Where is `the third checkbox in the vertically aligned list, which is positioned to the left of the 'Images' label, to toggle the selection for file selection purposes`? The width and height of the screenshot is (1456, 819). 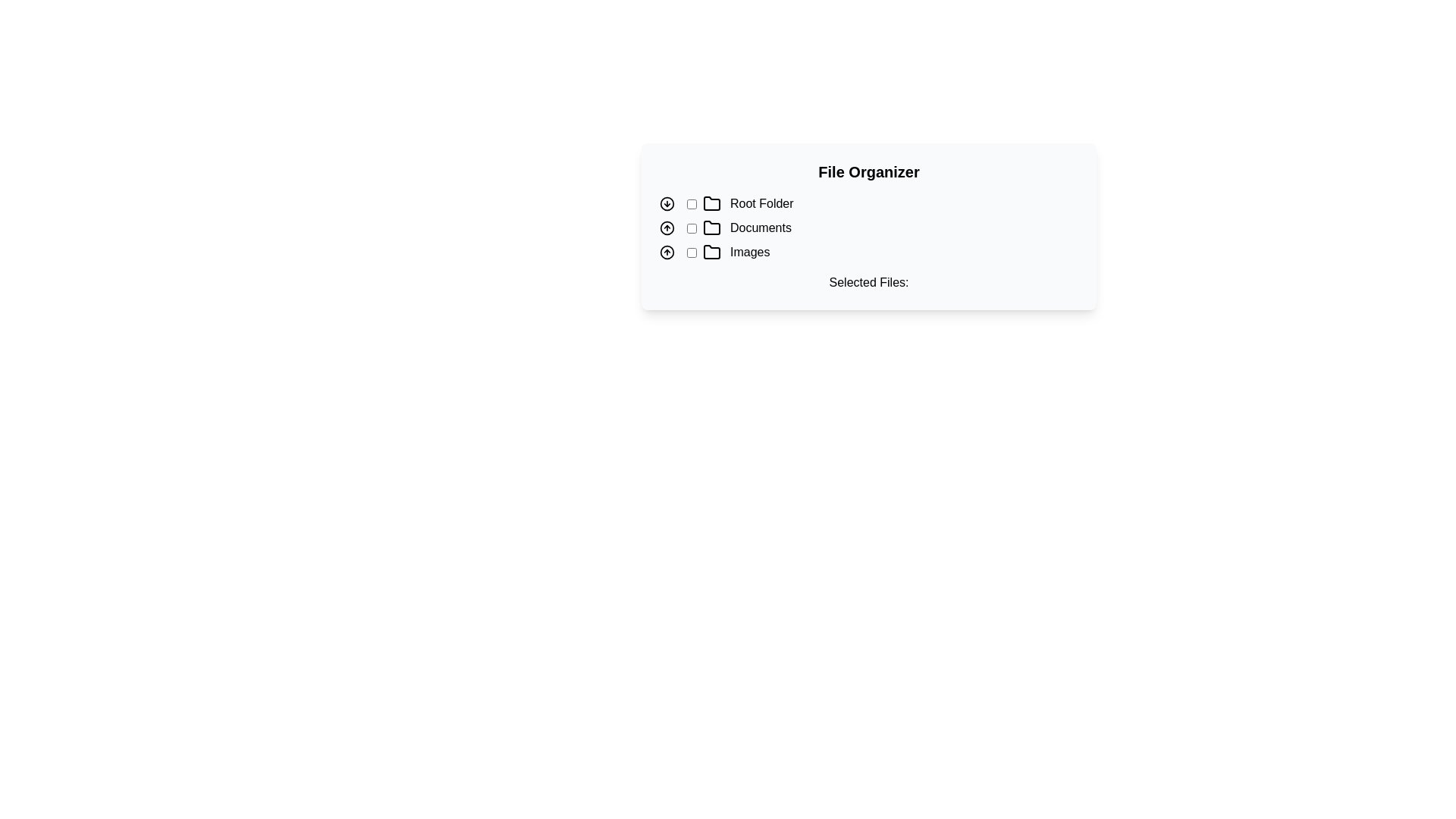
the third checkbox in the vertically aligned list, which is positioned to the left of the 'Images' label, to toggle the selection for file selection purposes is located at coordinates (691, 251).